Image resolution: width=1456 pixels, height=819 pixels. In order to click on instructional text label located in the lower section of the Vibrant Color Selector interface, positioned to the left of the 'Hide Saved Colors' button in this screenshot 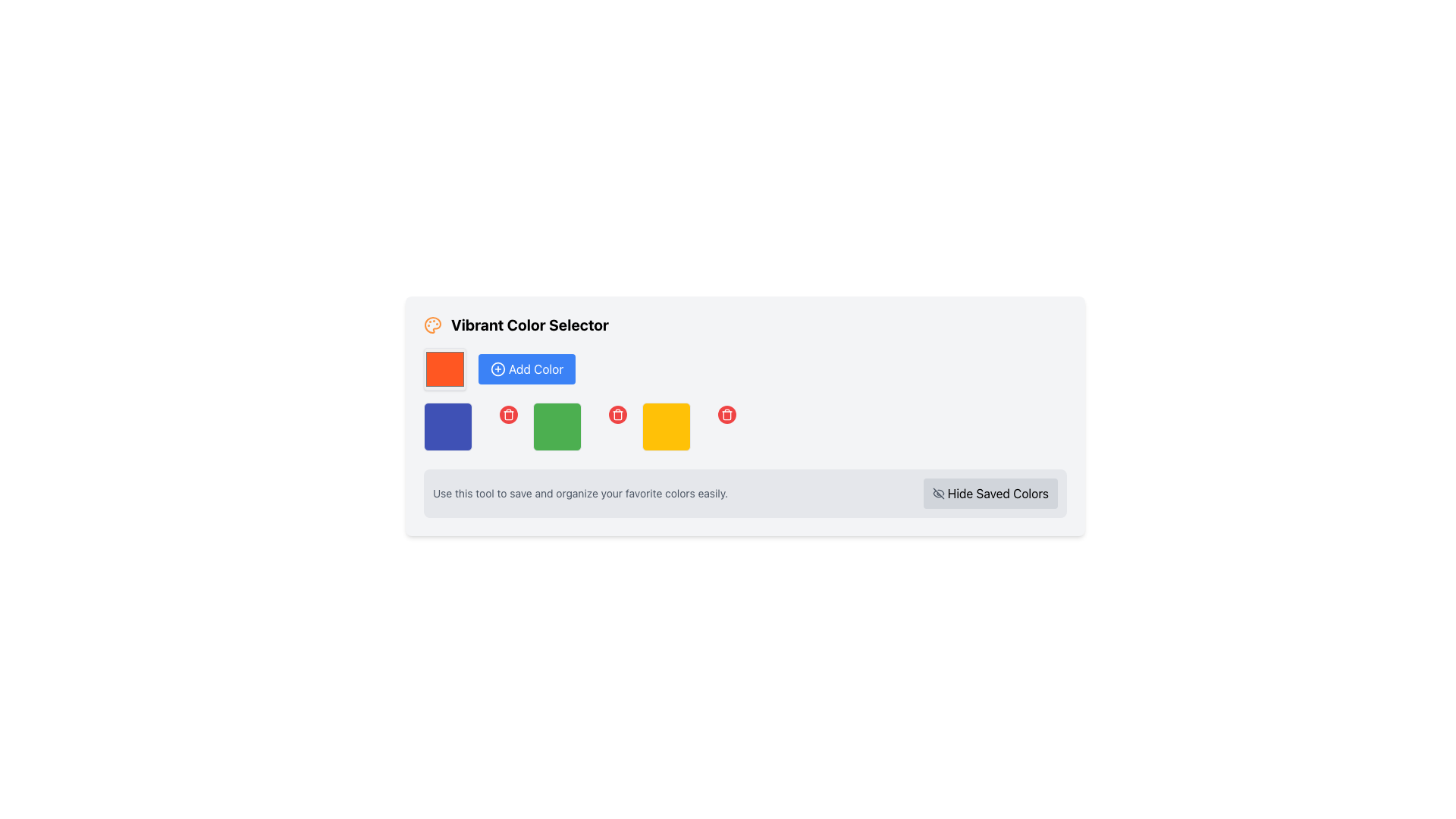, I will do `click(579, 494)`.